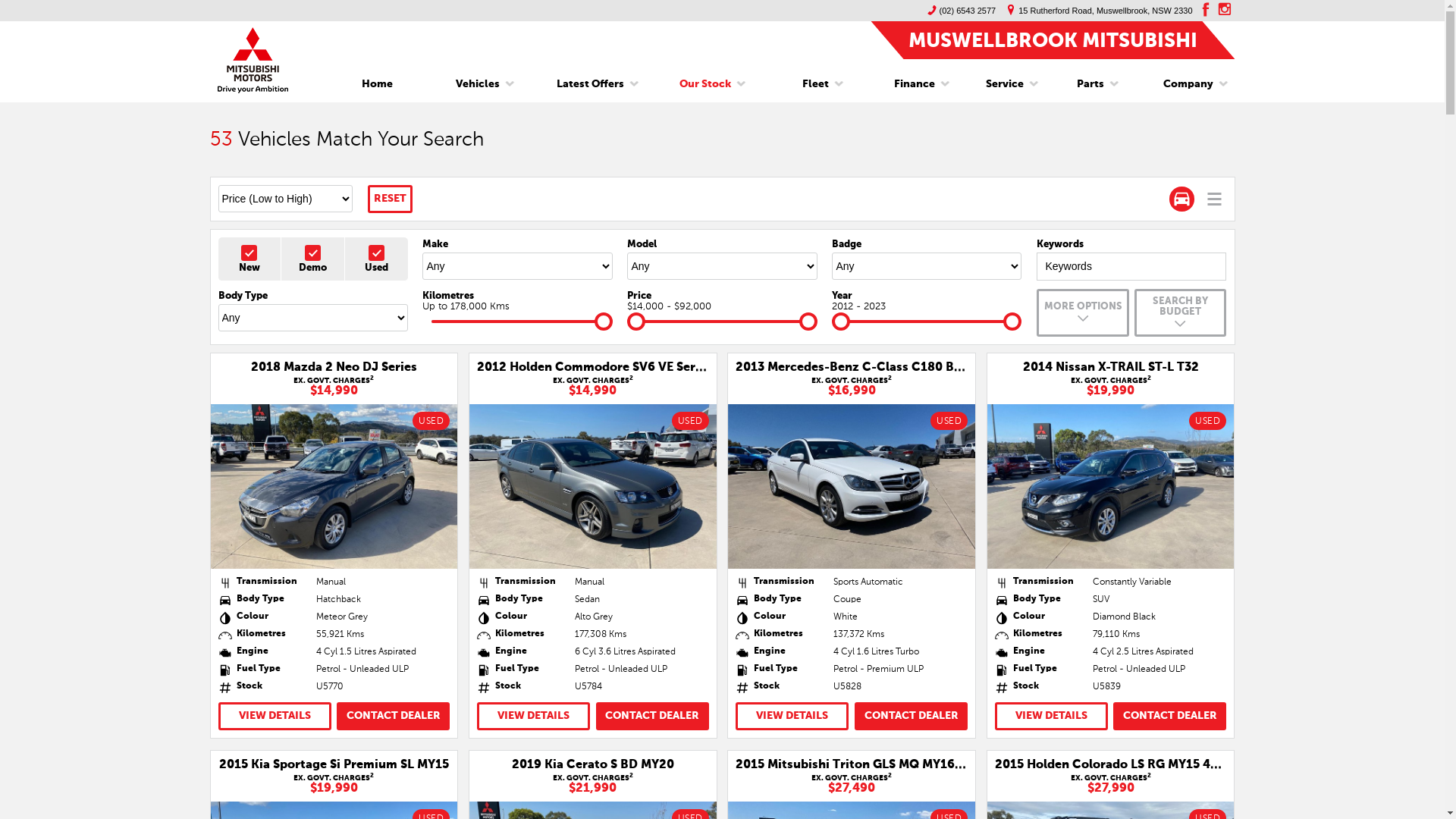 The image size is (1456, 819). Describe the element at coordinates (389, 198) in the screenshot. I see `'RESET'` at that location.